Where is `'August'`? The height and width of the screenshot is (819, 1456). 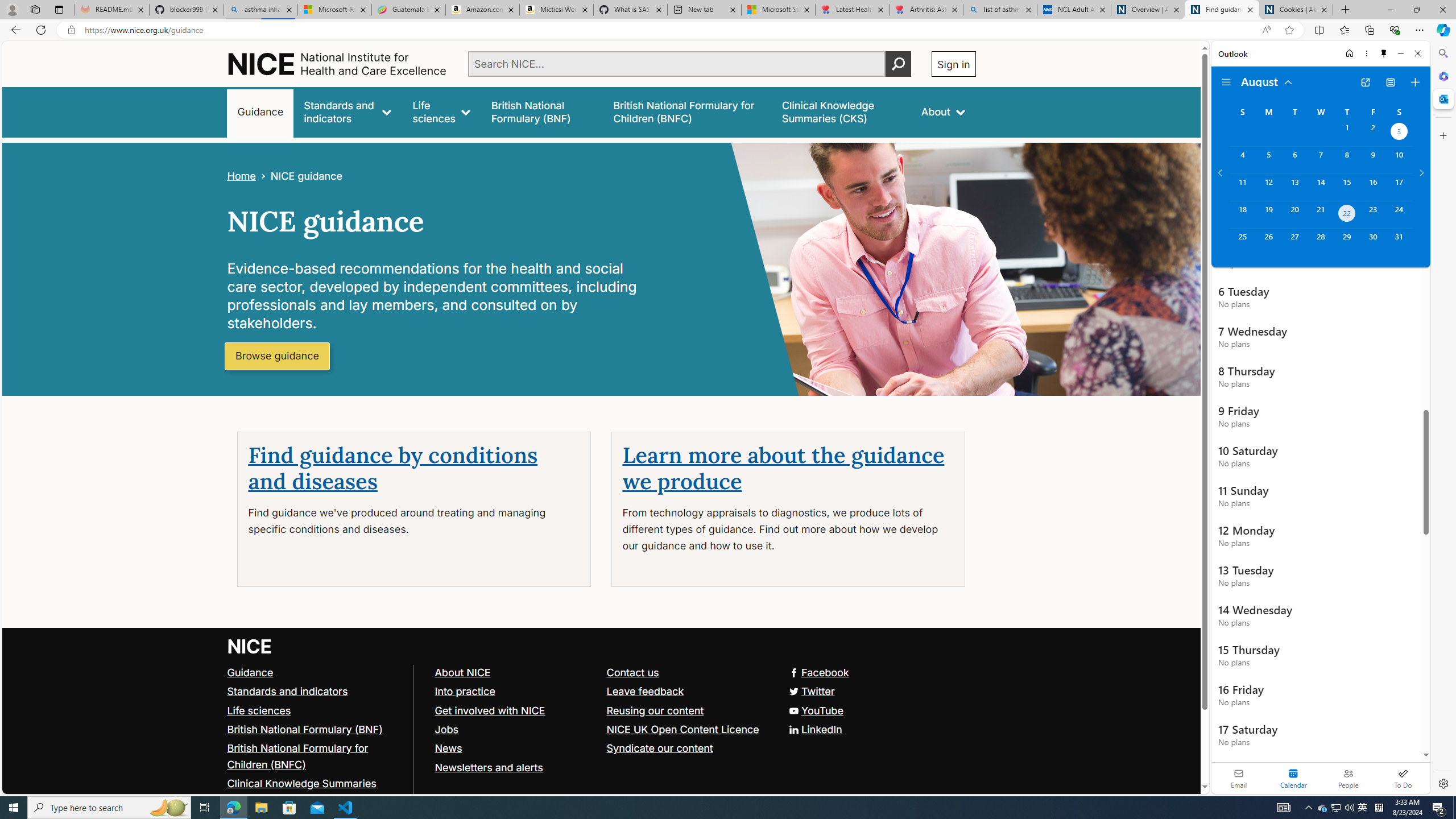
'August' is located at coordinates (1267, 80).